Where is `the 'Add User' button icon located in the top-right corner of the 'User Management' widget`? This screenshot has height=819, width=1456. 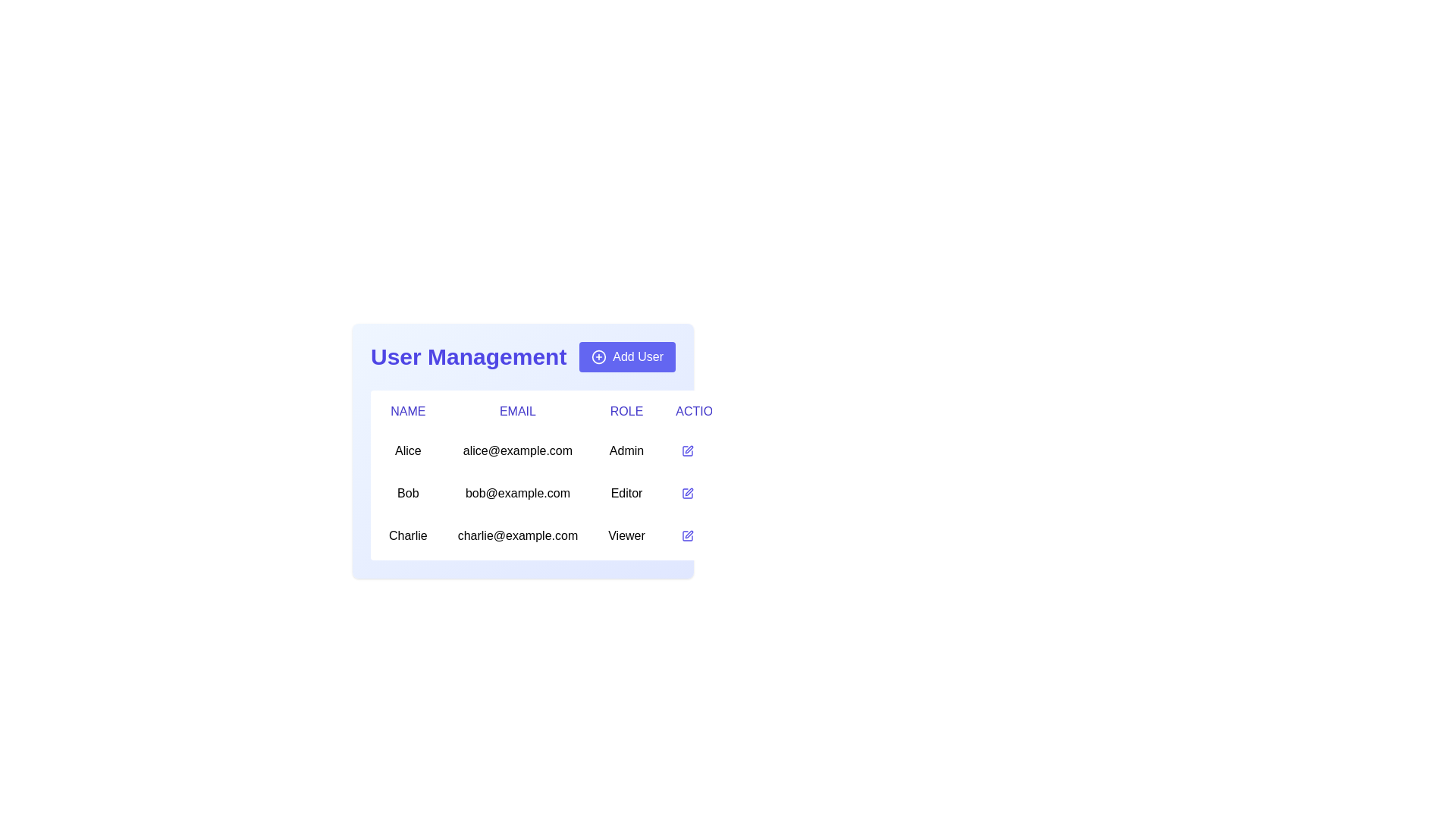 the 'Add User' button icon located in the top-right corner of the 'User Management' widget is located at coordinates (598, 356).